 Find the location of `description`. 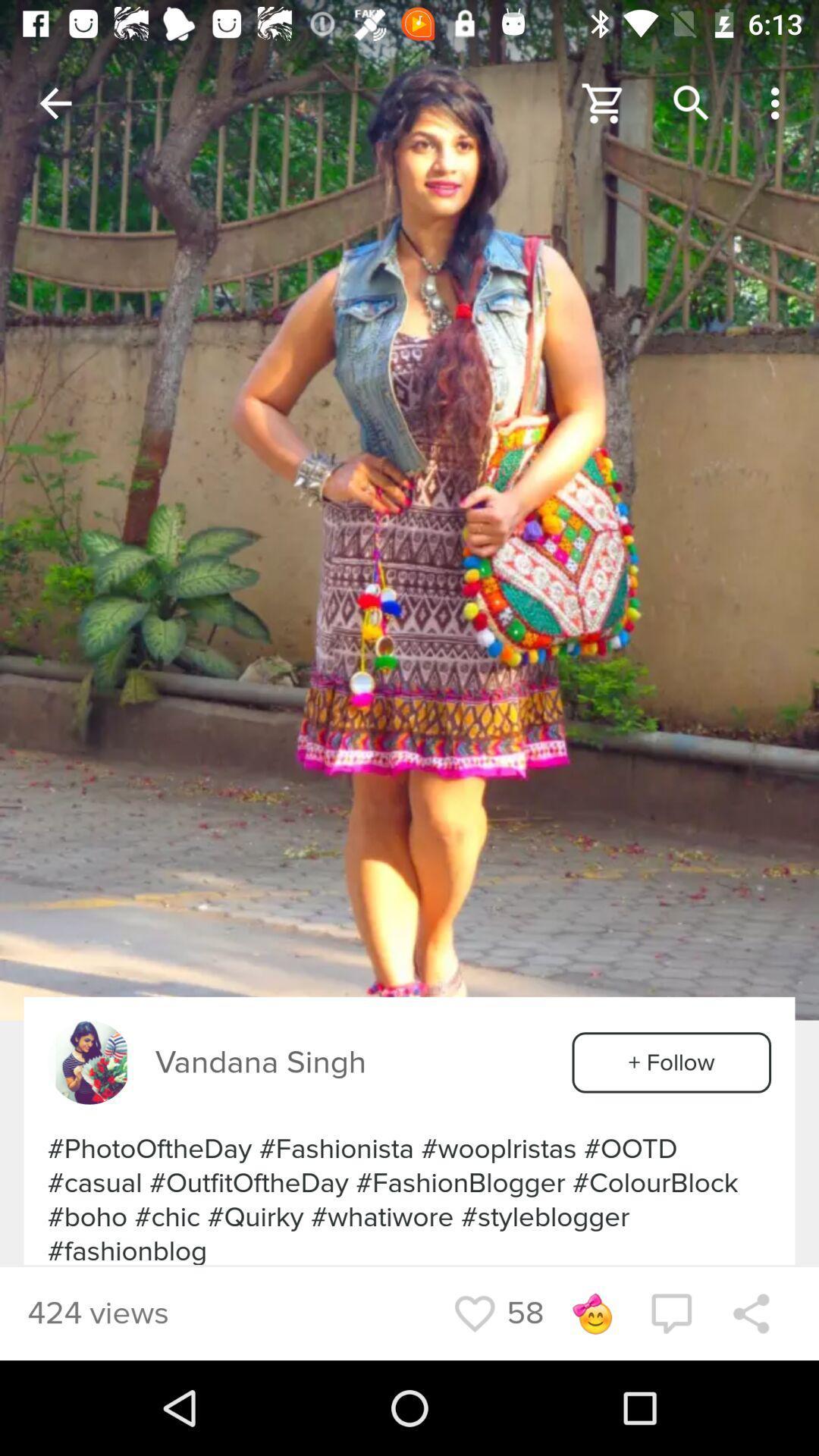

description is located at coordinates (409, 510).